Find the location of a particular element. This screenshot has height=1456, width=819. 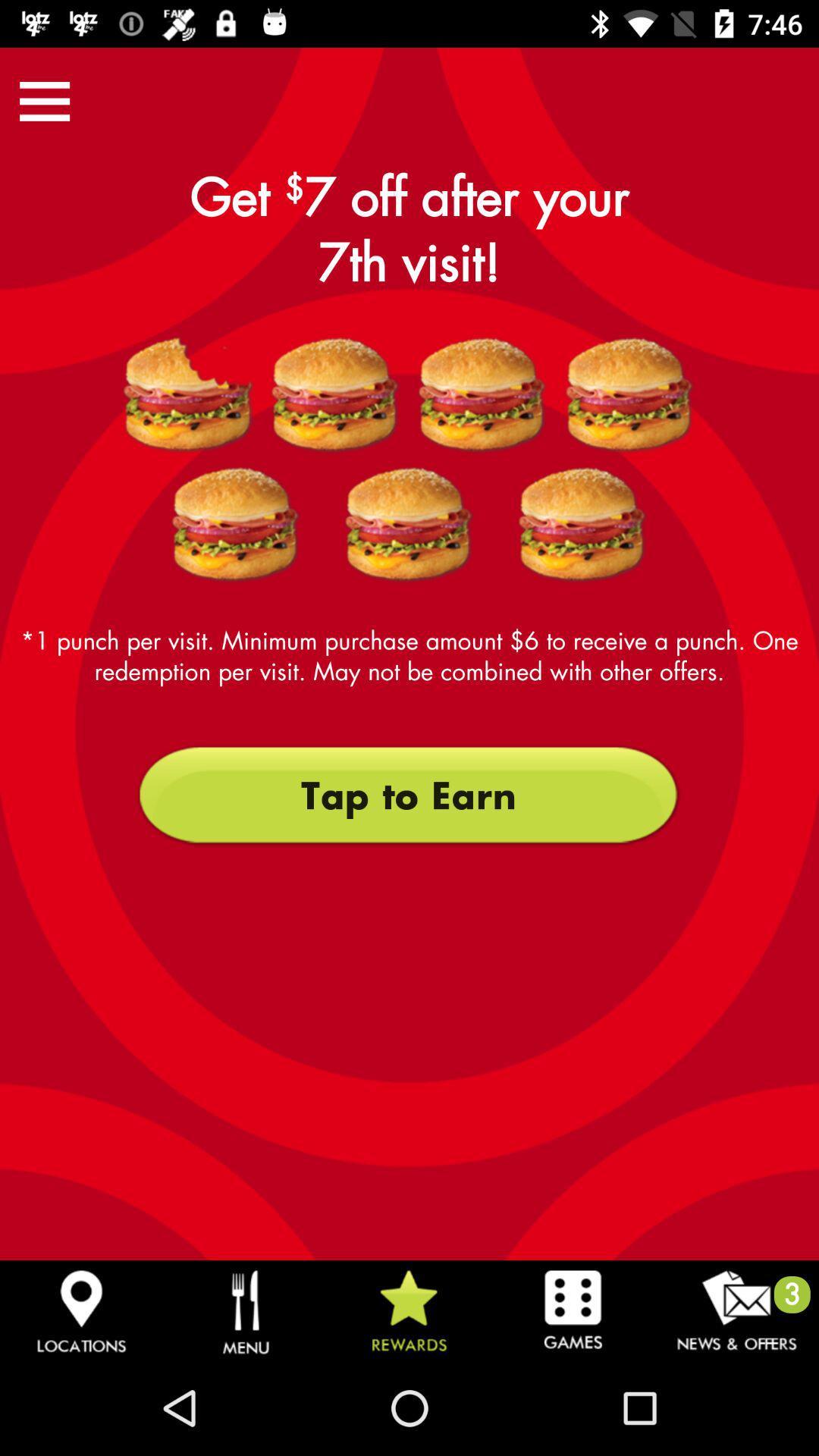

the icon next to get 7 off is located at coordinates (44, 100).